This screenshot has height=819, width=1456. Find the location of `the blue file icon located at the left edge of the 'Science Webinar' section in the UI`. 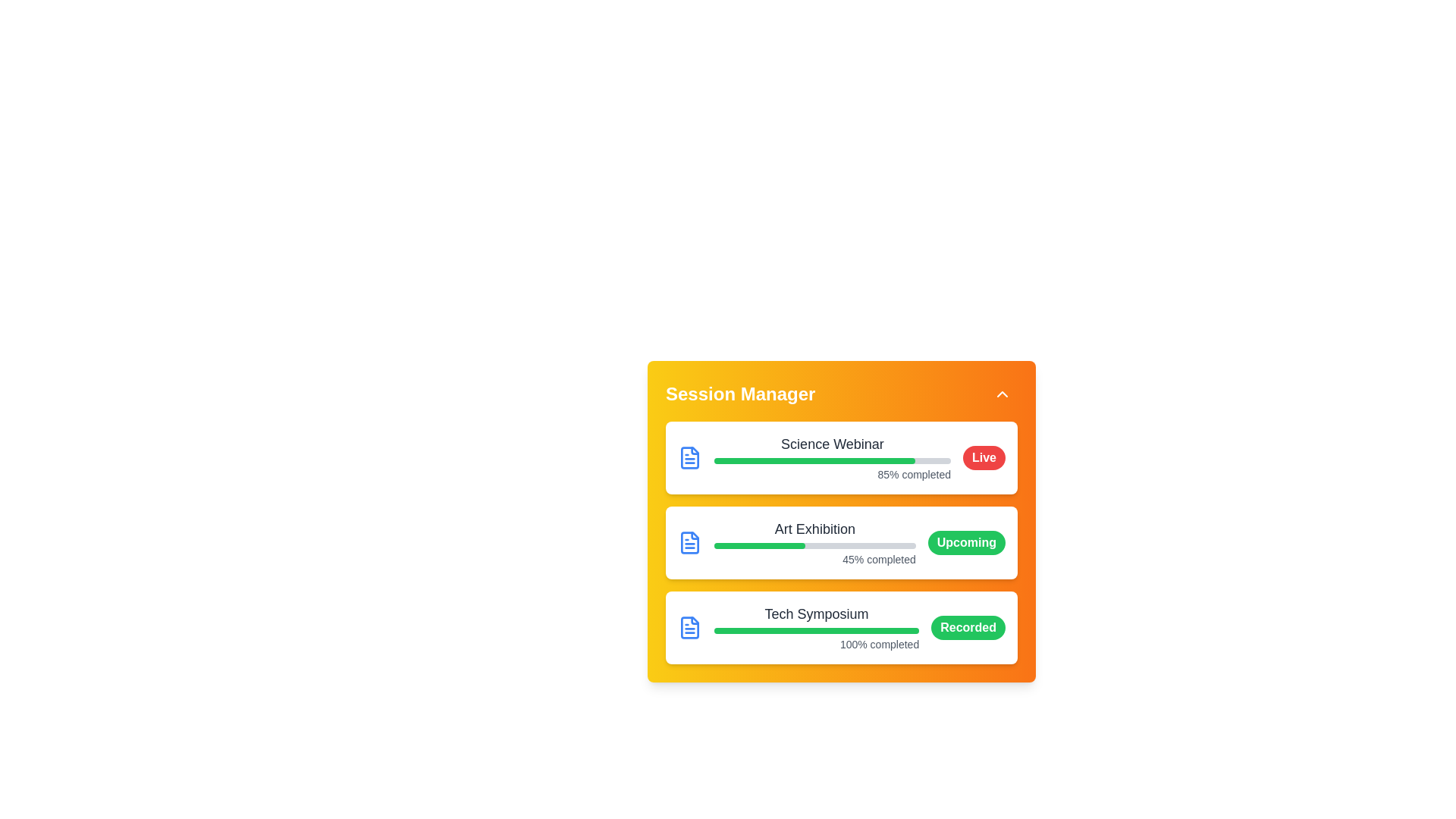

the blue file icon located at the left edge of the 'Science Webinar' section in the UI is located at coordinates (689, 542).